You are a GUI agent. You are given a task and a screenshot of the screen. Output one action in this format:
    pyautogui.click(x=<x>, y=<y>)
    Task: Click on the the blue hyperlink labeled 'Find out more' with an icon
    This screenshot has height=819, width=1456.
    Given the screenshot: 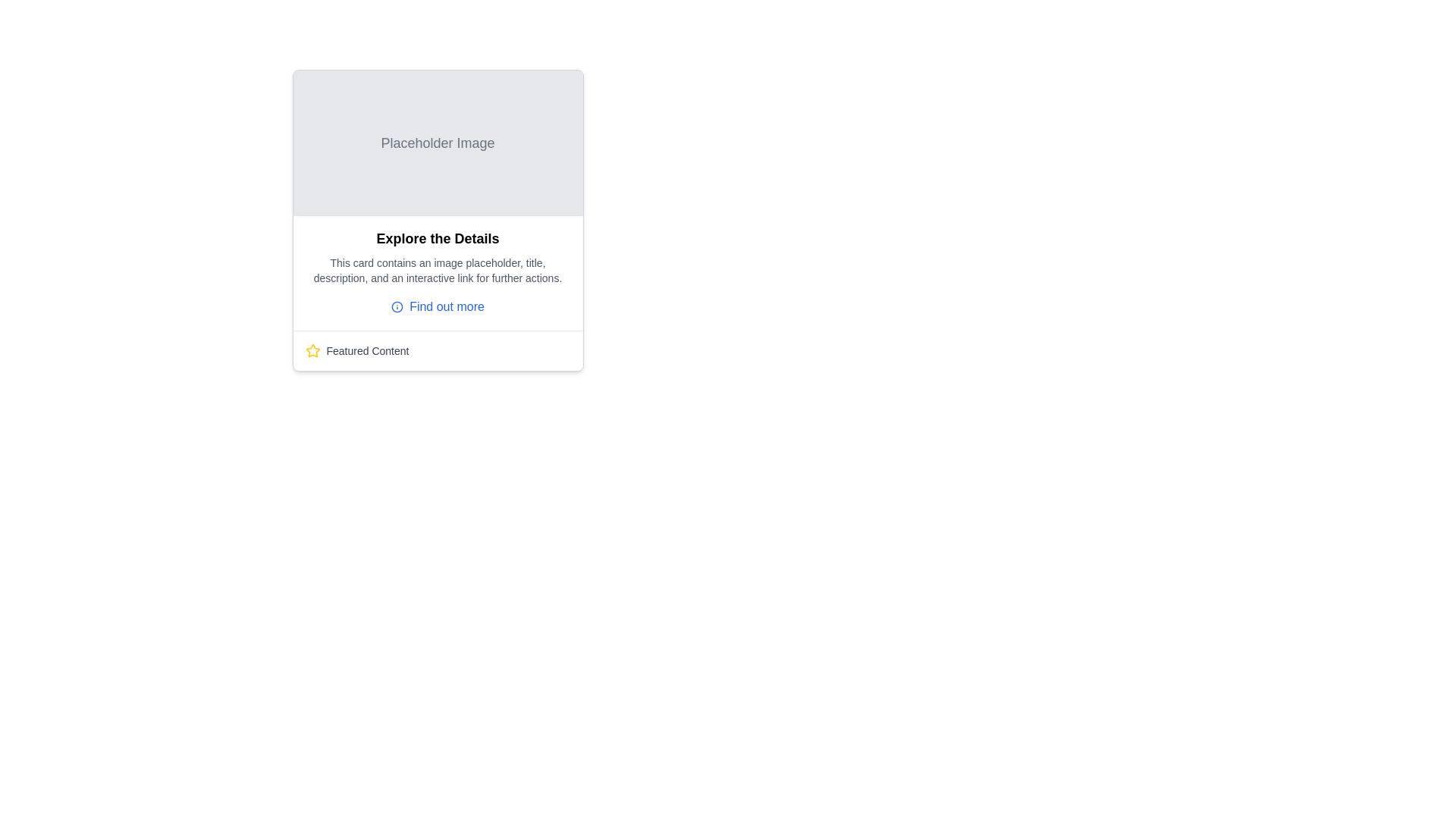 What is the action you would take?
    pyautogui.click(x=437, y=307)
    